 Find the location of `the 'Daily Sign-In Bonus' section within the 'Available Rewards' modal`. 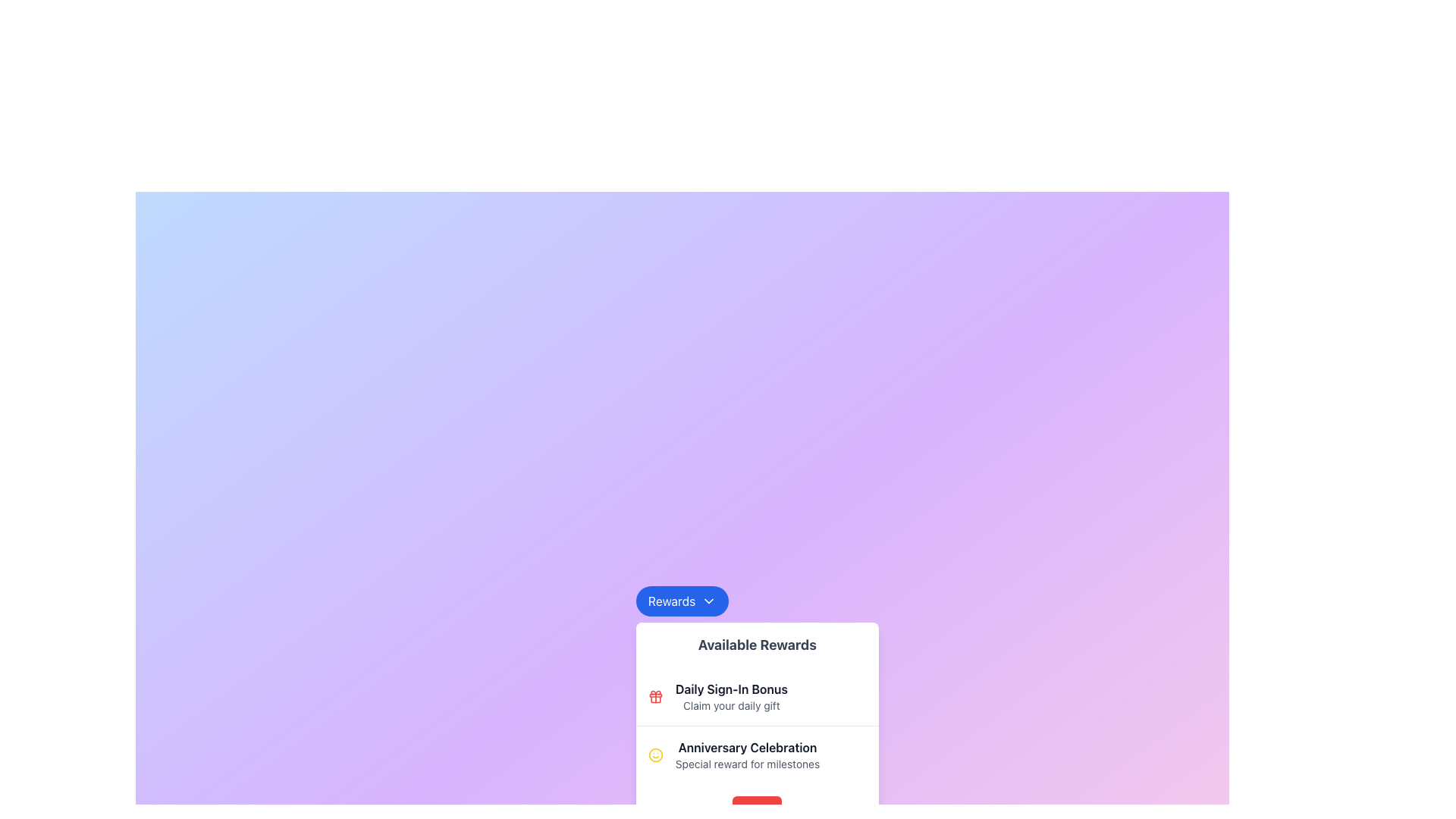

the 'Daily Sign-In Bonus' section within the 'Available Rewards' modal is located at coordinates (757, 725).